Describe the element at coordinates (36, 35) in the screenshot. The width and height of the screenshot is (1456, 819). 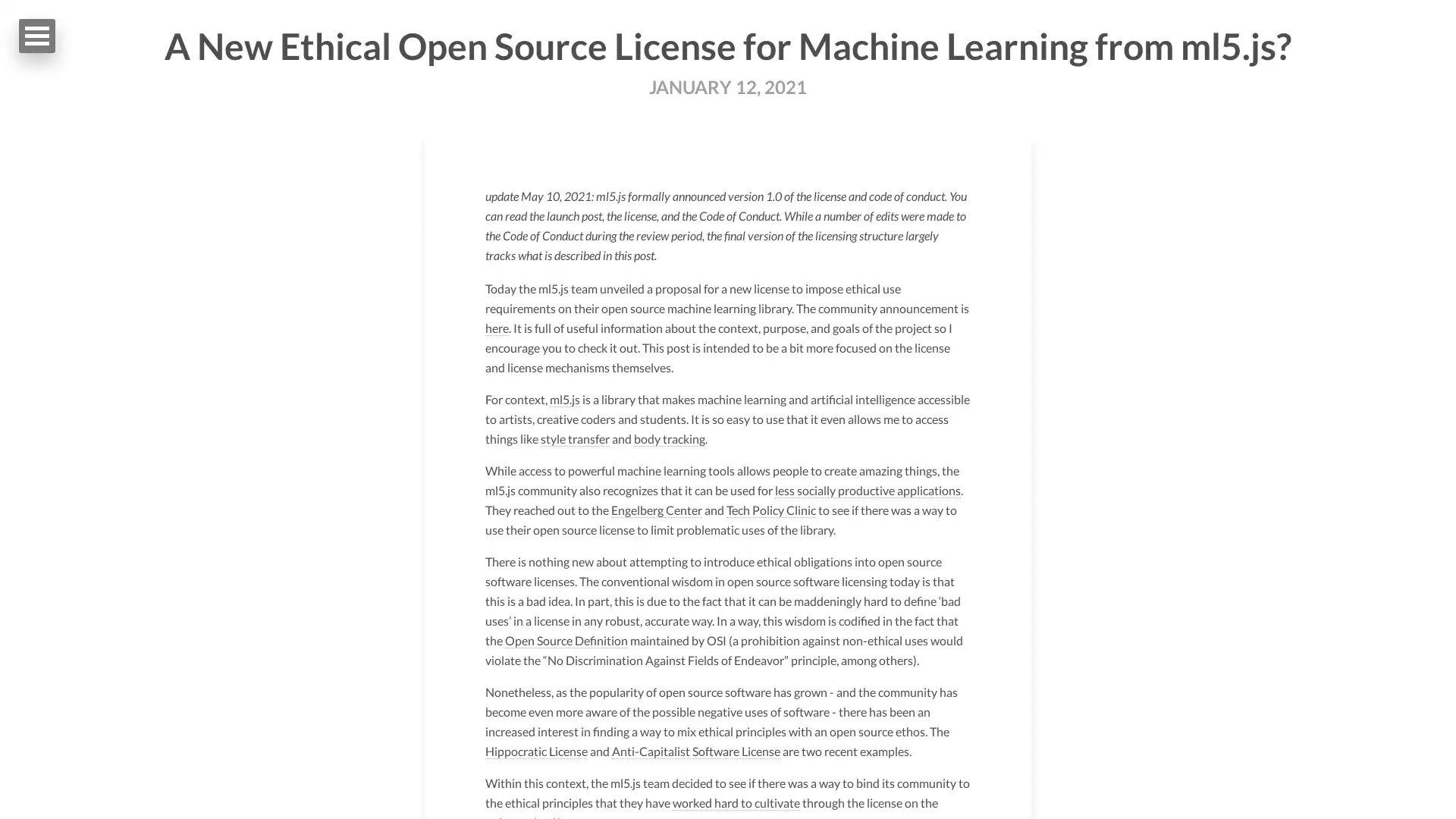
I see `Open Menu` at that location.